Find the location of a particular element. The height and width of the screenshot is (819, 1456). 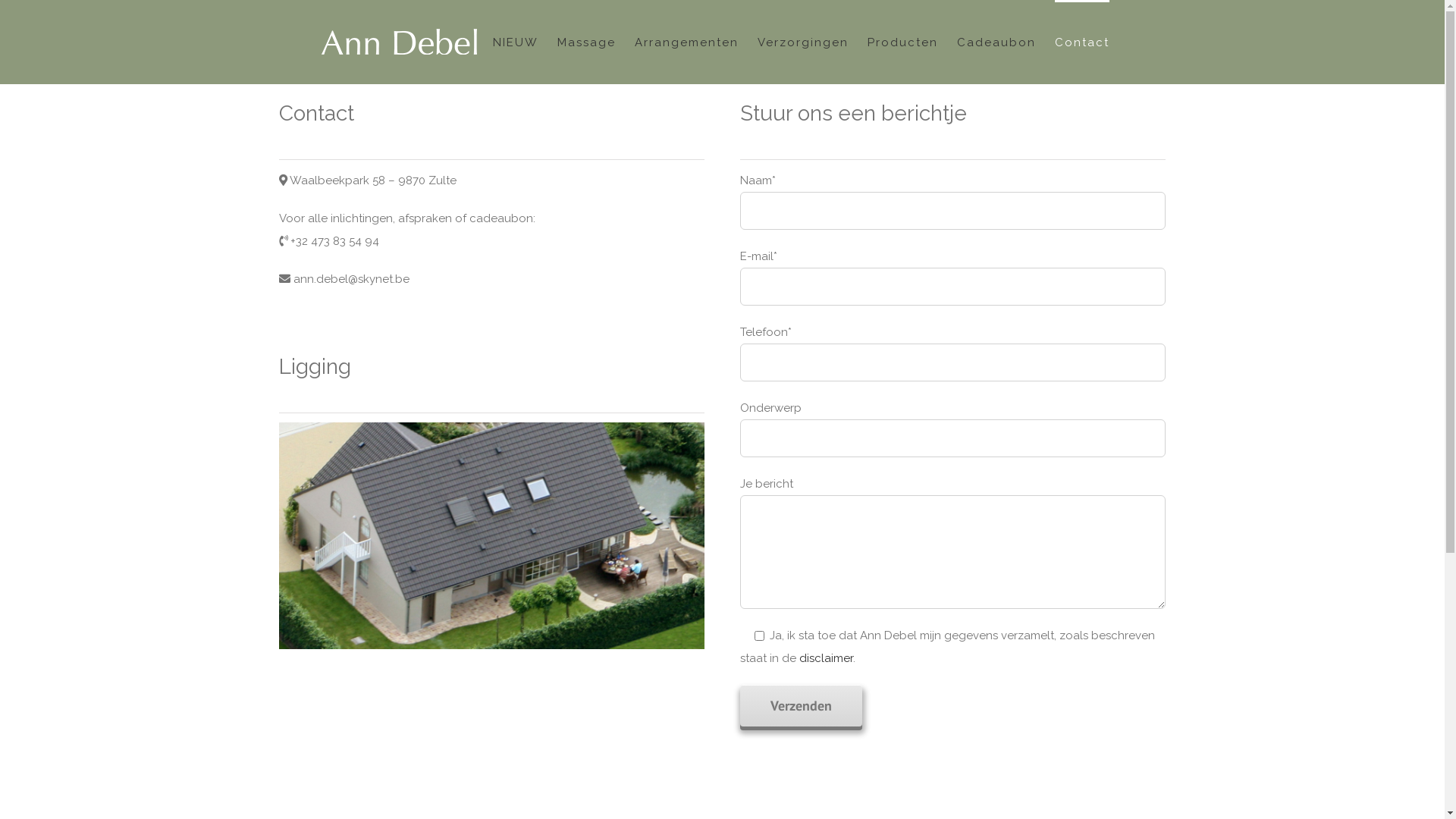

'Contact' is located at coordinates (1053, 40).